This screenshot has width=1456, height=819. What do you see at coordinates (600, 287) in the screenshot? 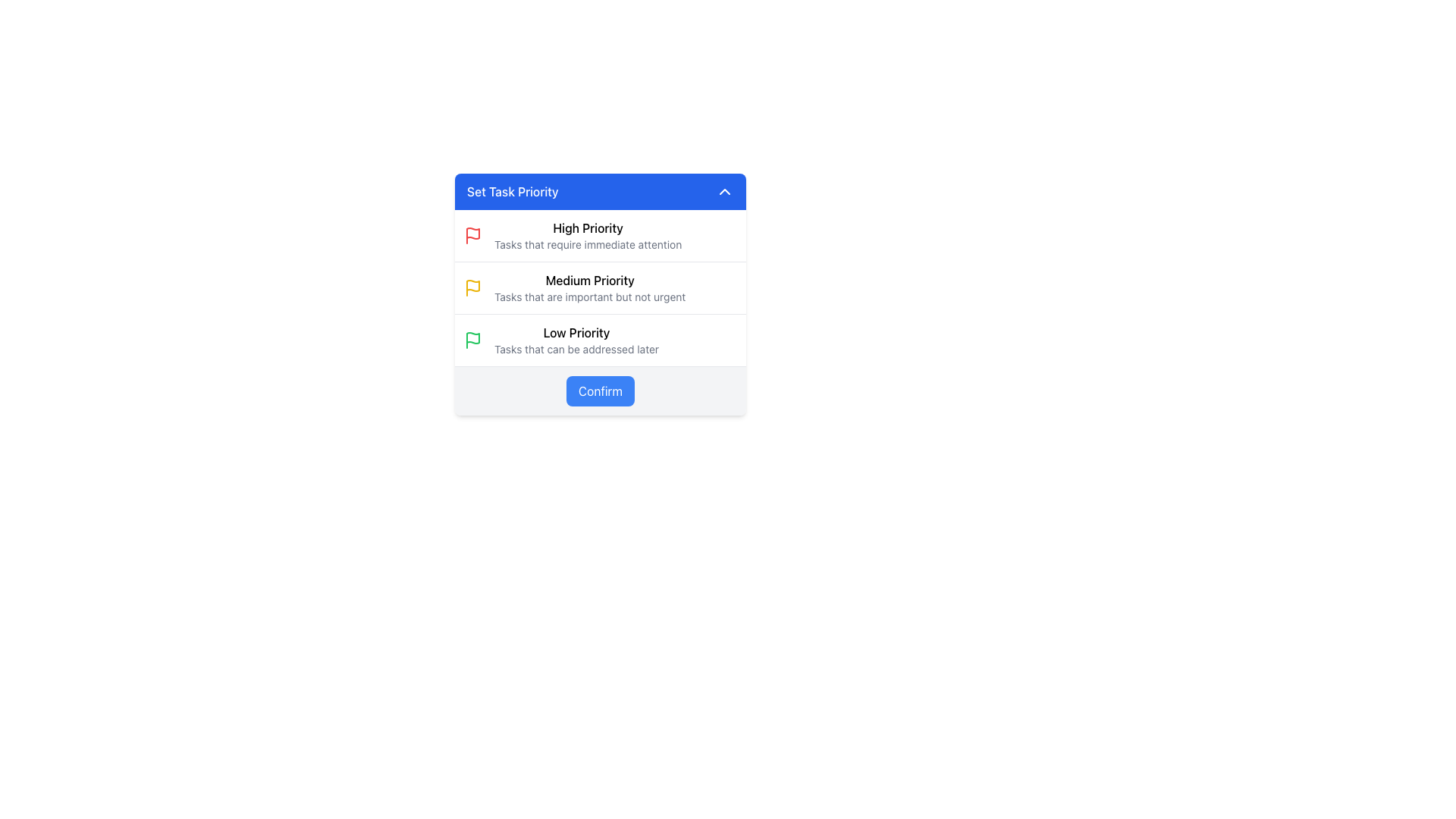
I see `the 'Medium Priority' selectable list item, which features a yellow flag icon and bold text indicating its priority level` at bounding box center [600, 287].